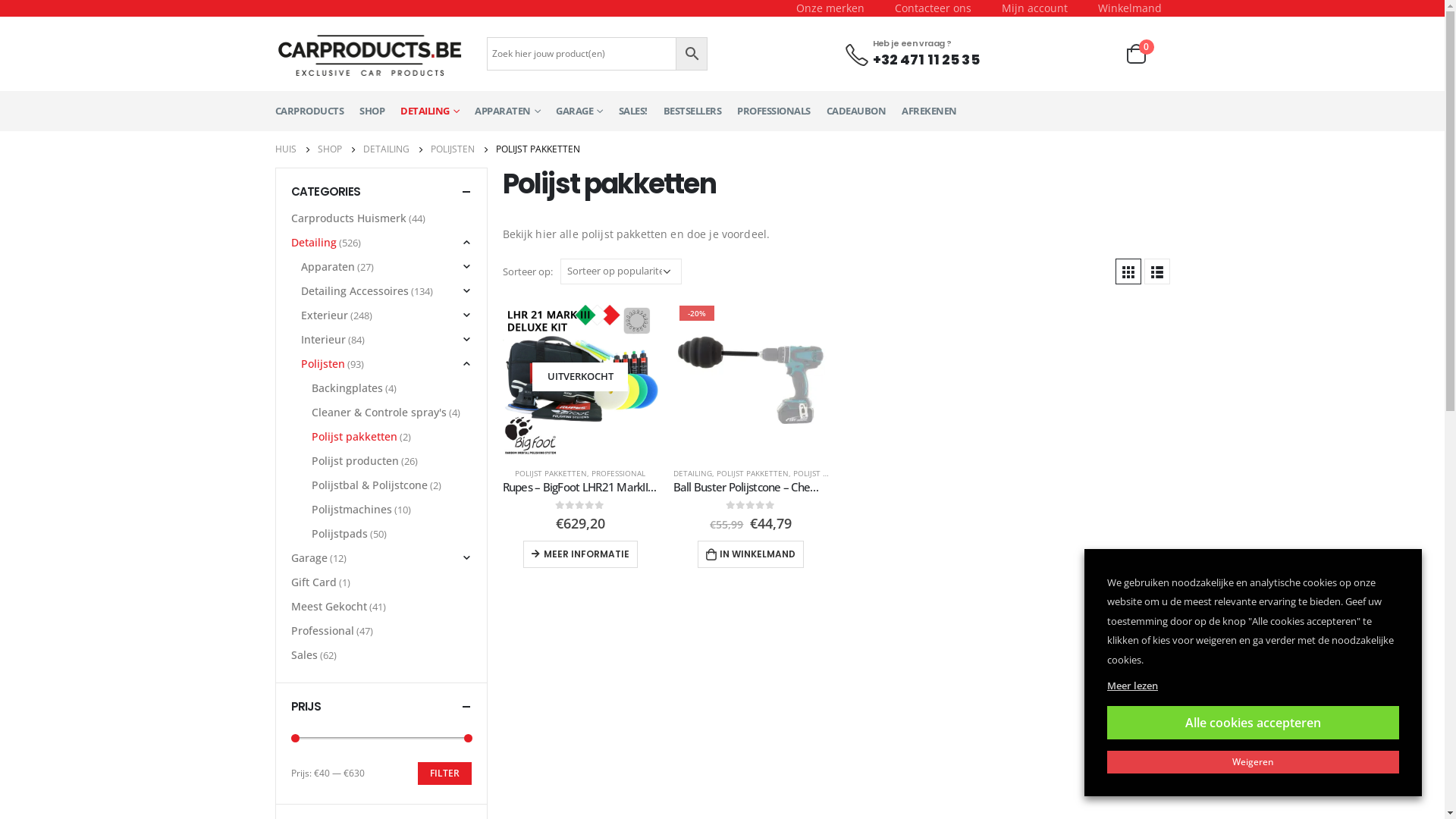 The image size is (1456, 819). What do you see at coordinates (986, 8) in the screenshot?
I see `'Mijn account'` at bounding box center [986, 8].